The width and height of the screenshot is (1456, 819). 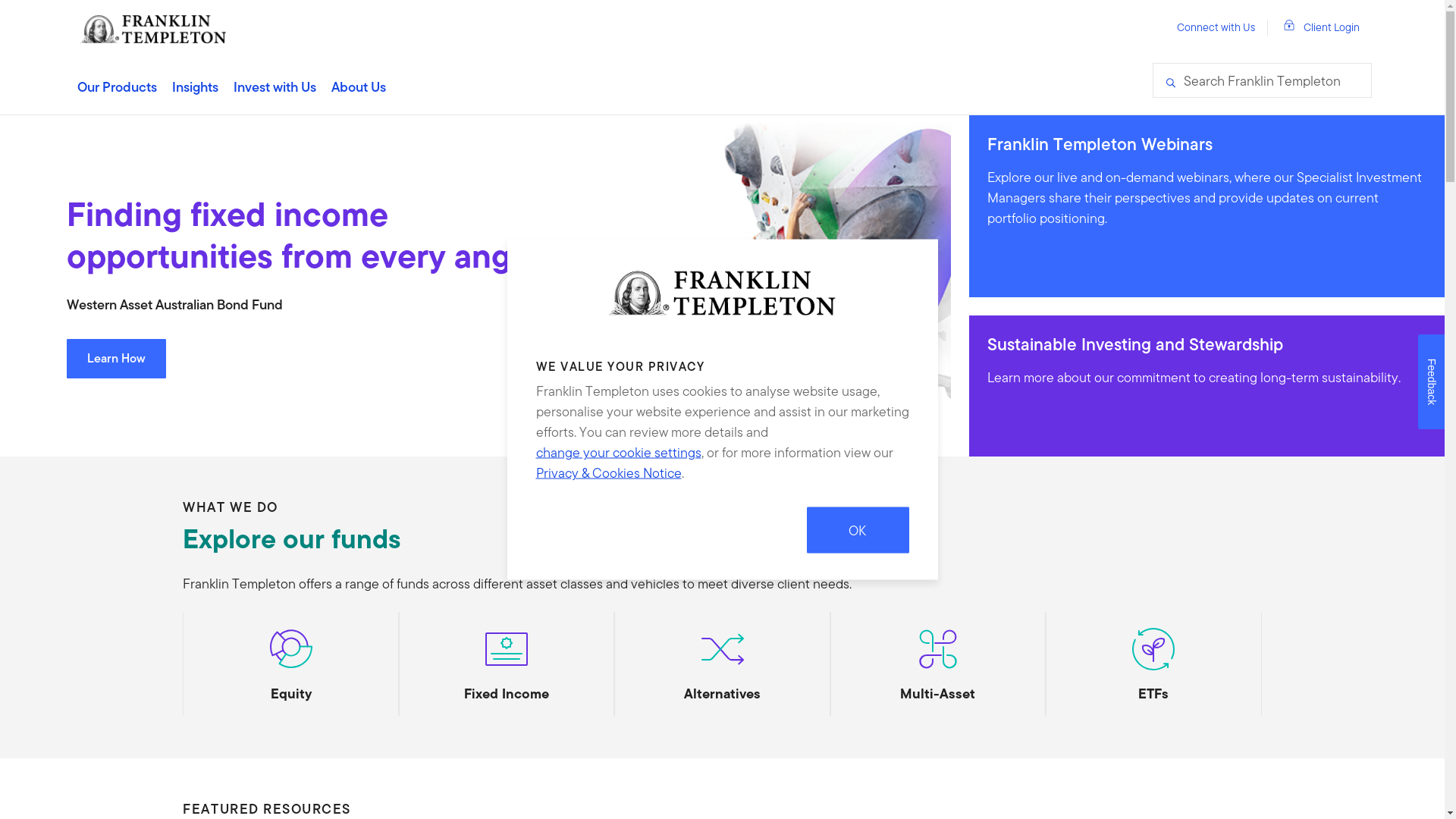 I want to click on 'Equity', so click(x=290, y=663).